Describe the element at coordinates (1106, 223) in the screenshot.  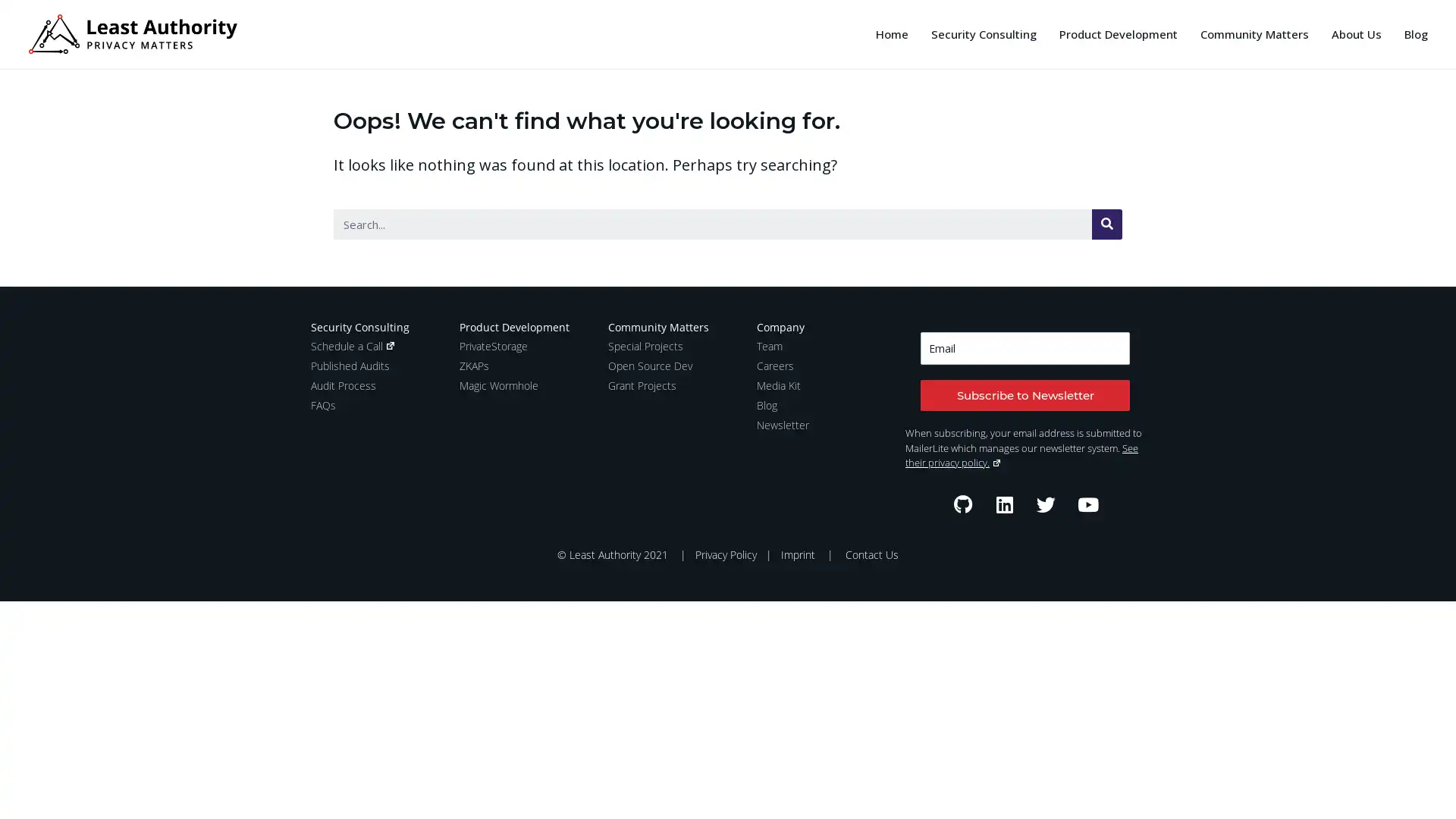
I see `Search` at that location.